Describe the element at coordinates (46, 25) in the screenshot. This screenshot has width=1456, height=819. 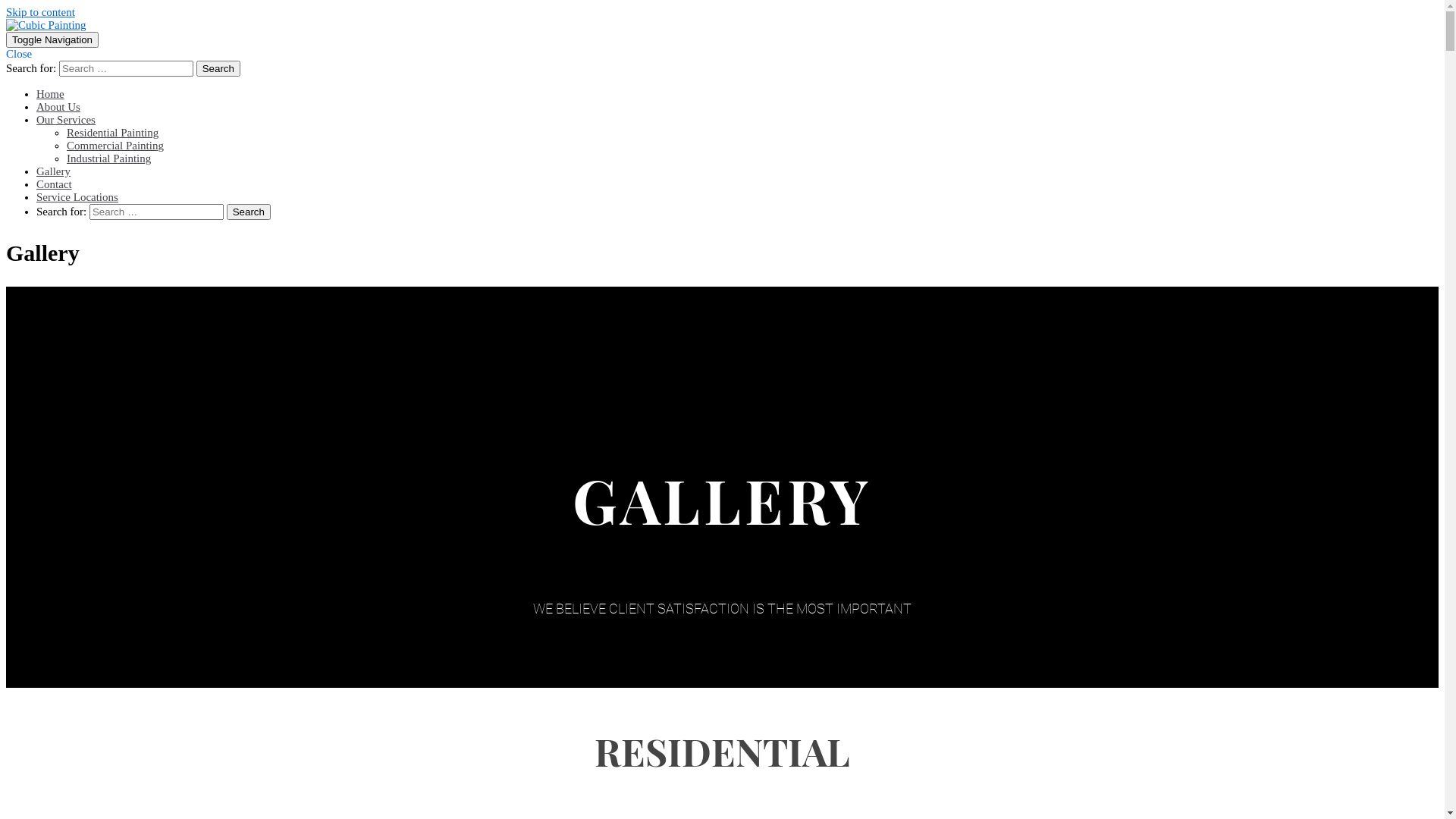
I see `'Cubic Painting '` at that location.